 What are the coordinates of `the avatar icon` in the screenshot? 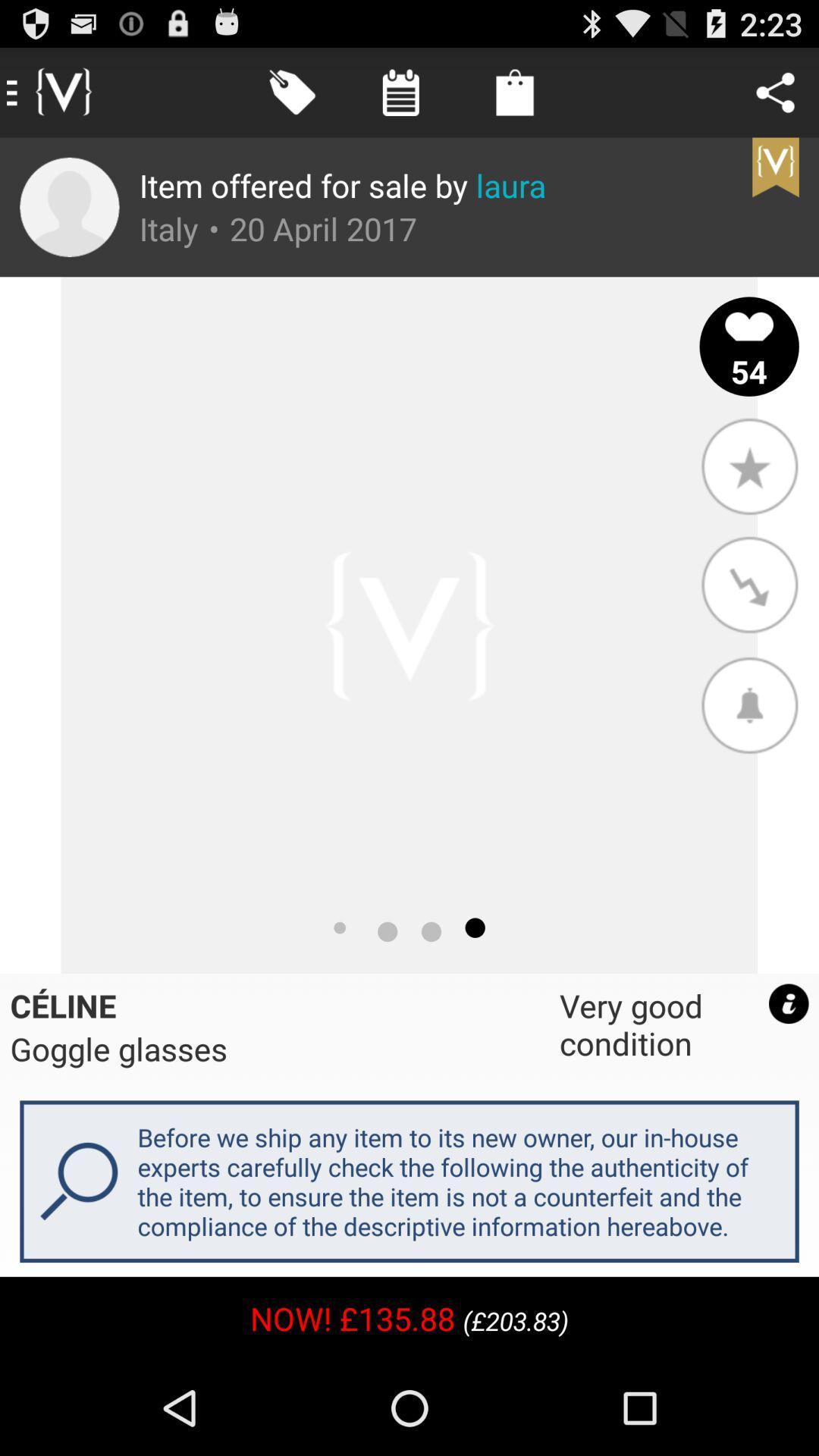 It's located at (69, 221).